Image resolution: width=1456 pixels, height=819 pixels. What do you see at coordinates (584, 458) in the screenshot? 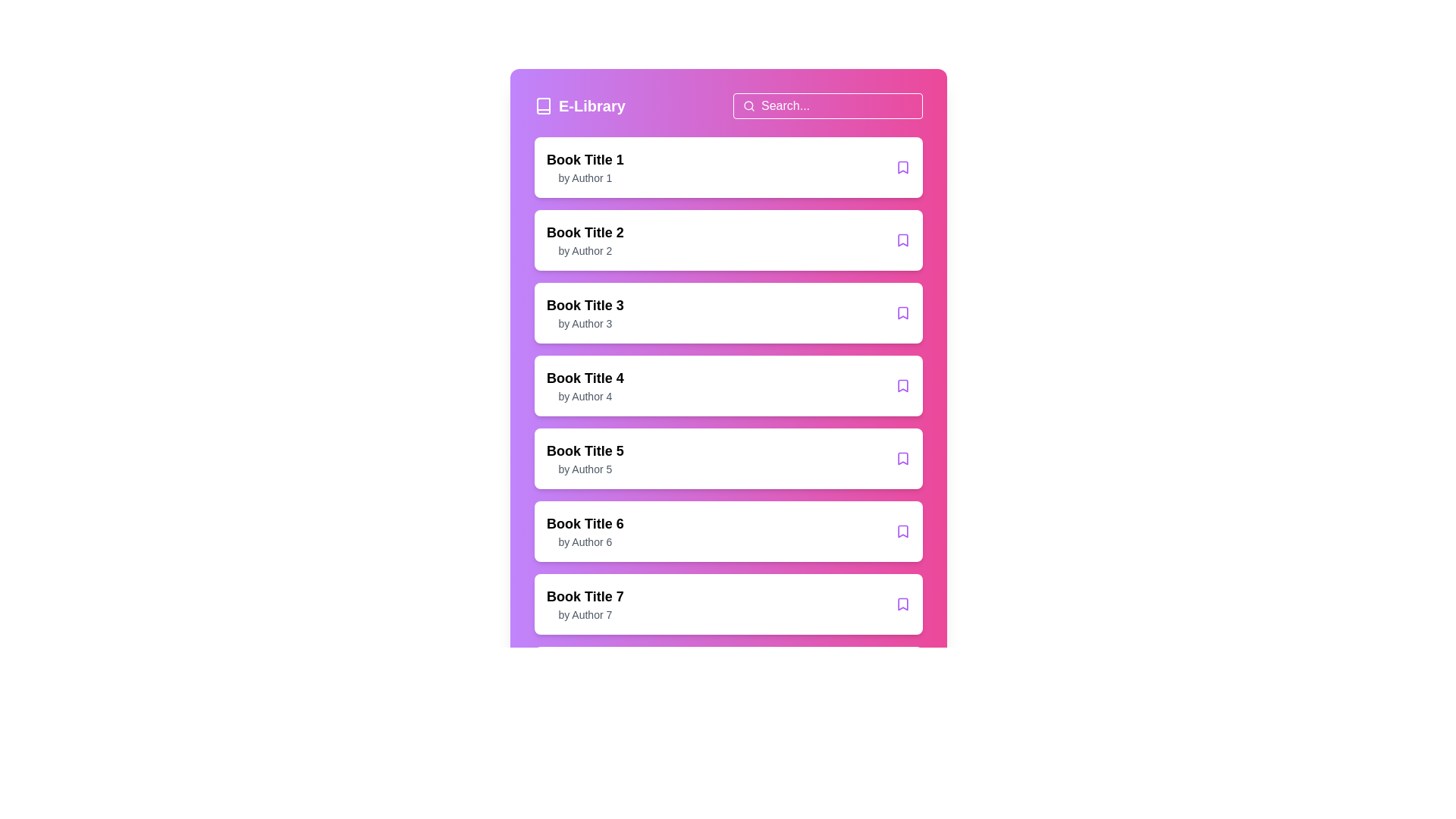
I see `the text block displaying 'Book Title 5' and 'by Author 5' inside the fifth white card in the vertical list, which is centrally aligned in the fifth row` at bounding box center [584, 458].